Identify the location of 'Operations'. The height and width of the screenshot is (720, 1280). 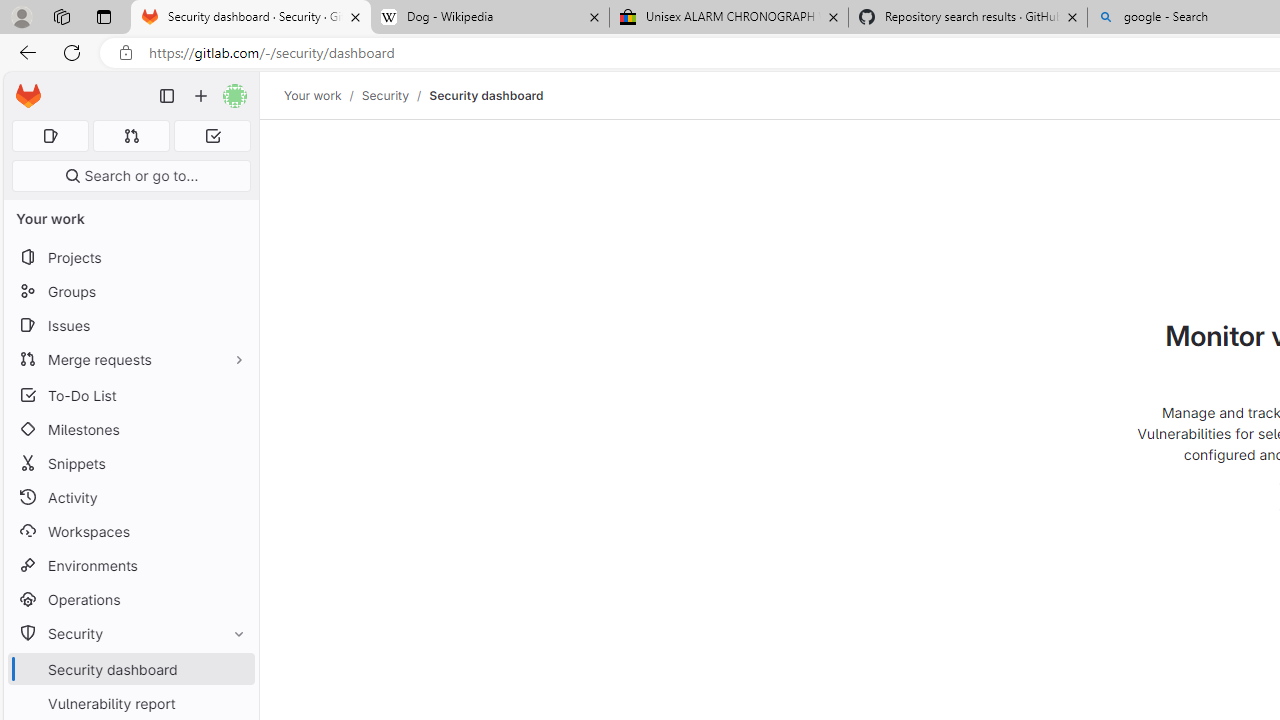
(130, 598).